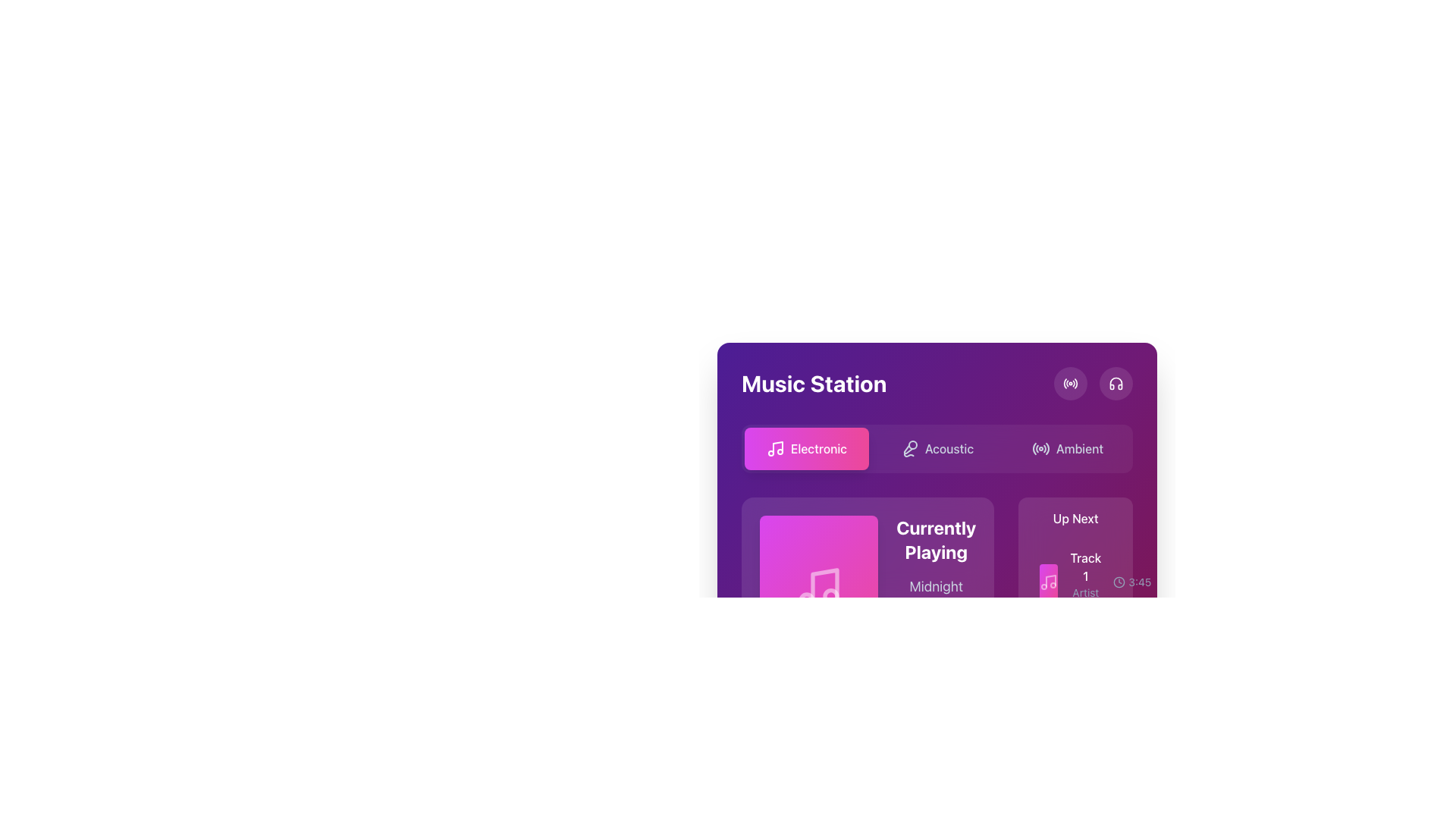 This screenshot has height=819, width=1456. Describe the element at coordinates (775, 447) in the screenshot. I see `the musical note icon with a vibrant pink background, located to the left of the 'Electronic' text in the category selectors` at that location.